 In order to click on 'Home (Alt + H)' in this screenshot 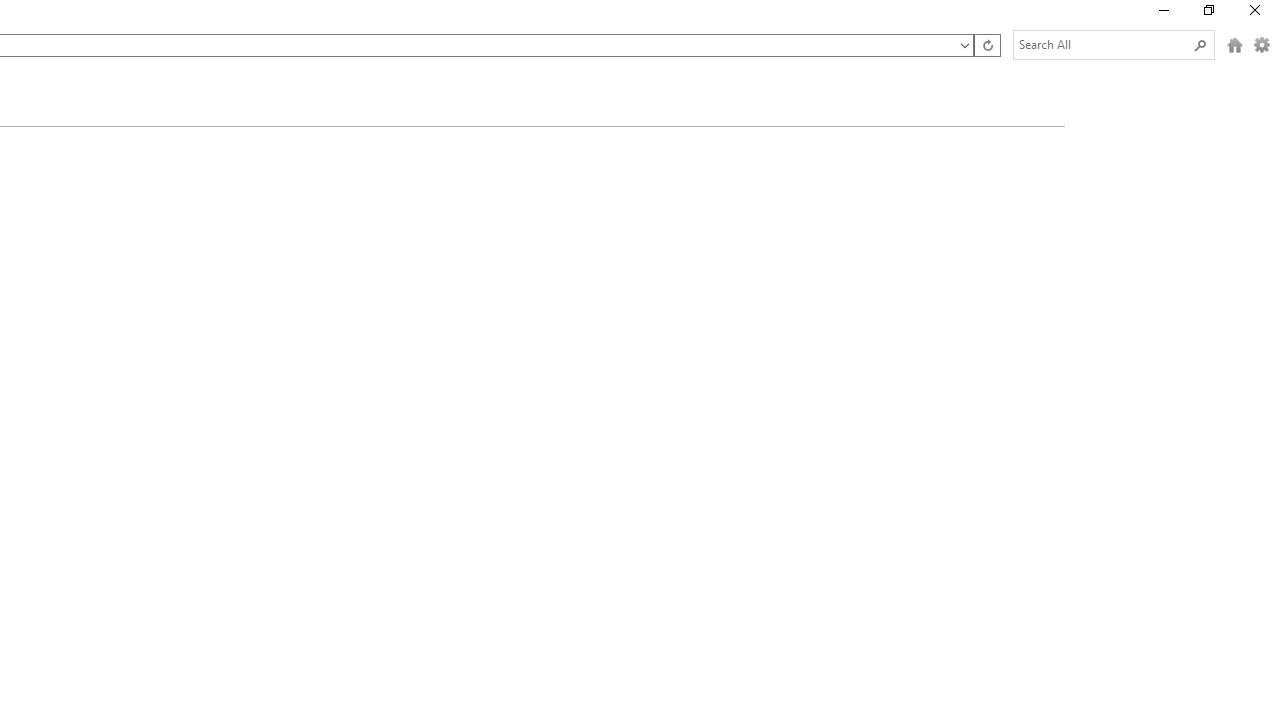, I will do `click(1234, 45)`.